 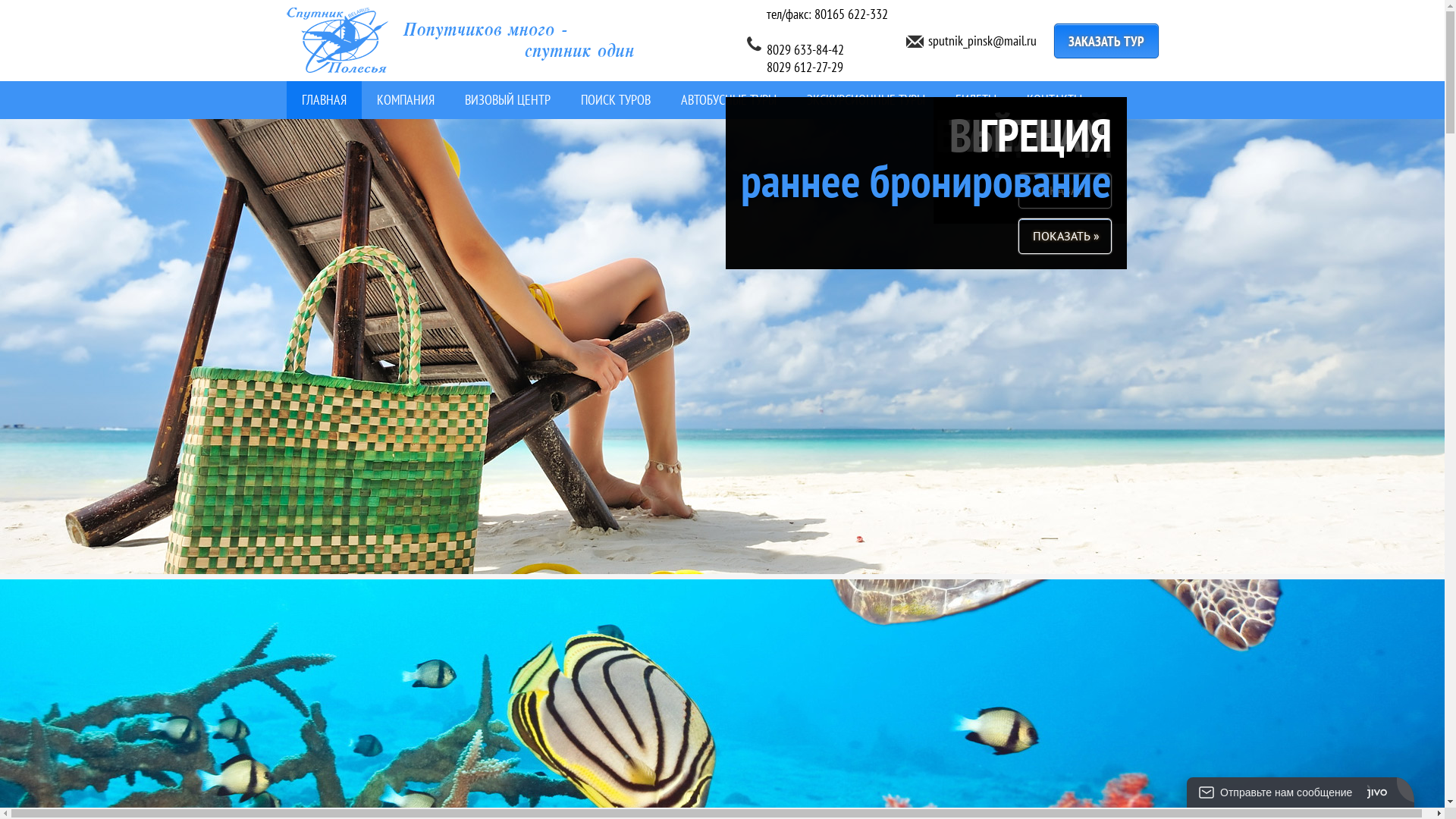 I want to click on 'sputnik_pinsk@mail.ru', so click(x=982, y=39).